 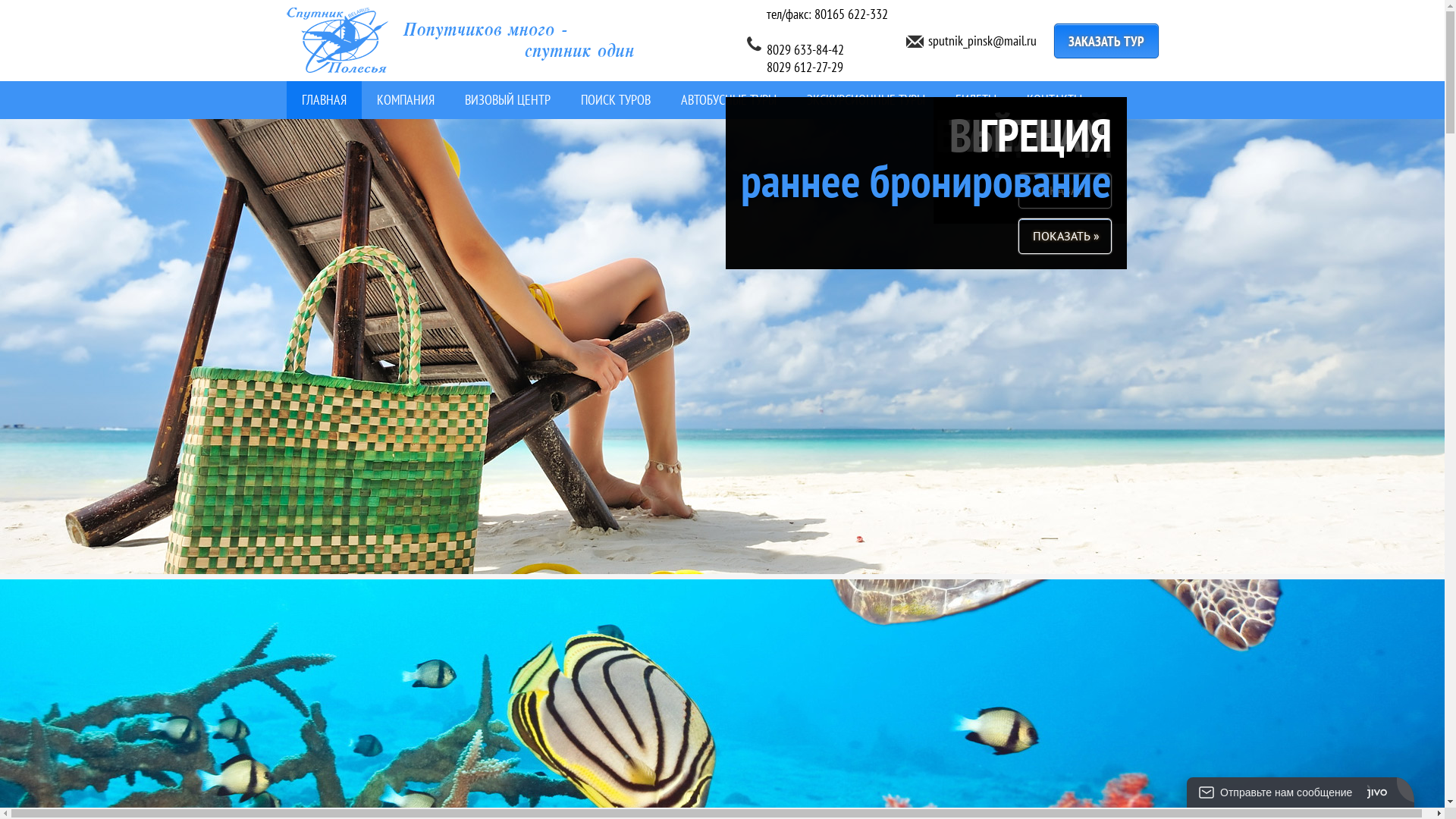 I want to click on 'sputnik_pinsk@mail.ru', so click(x=982, y=39).